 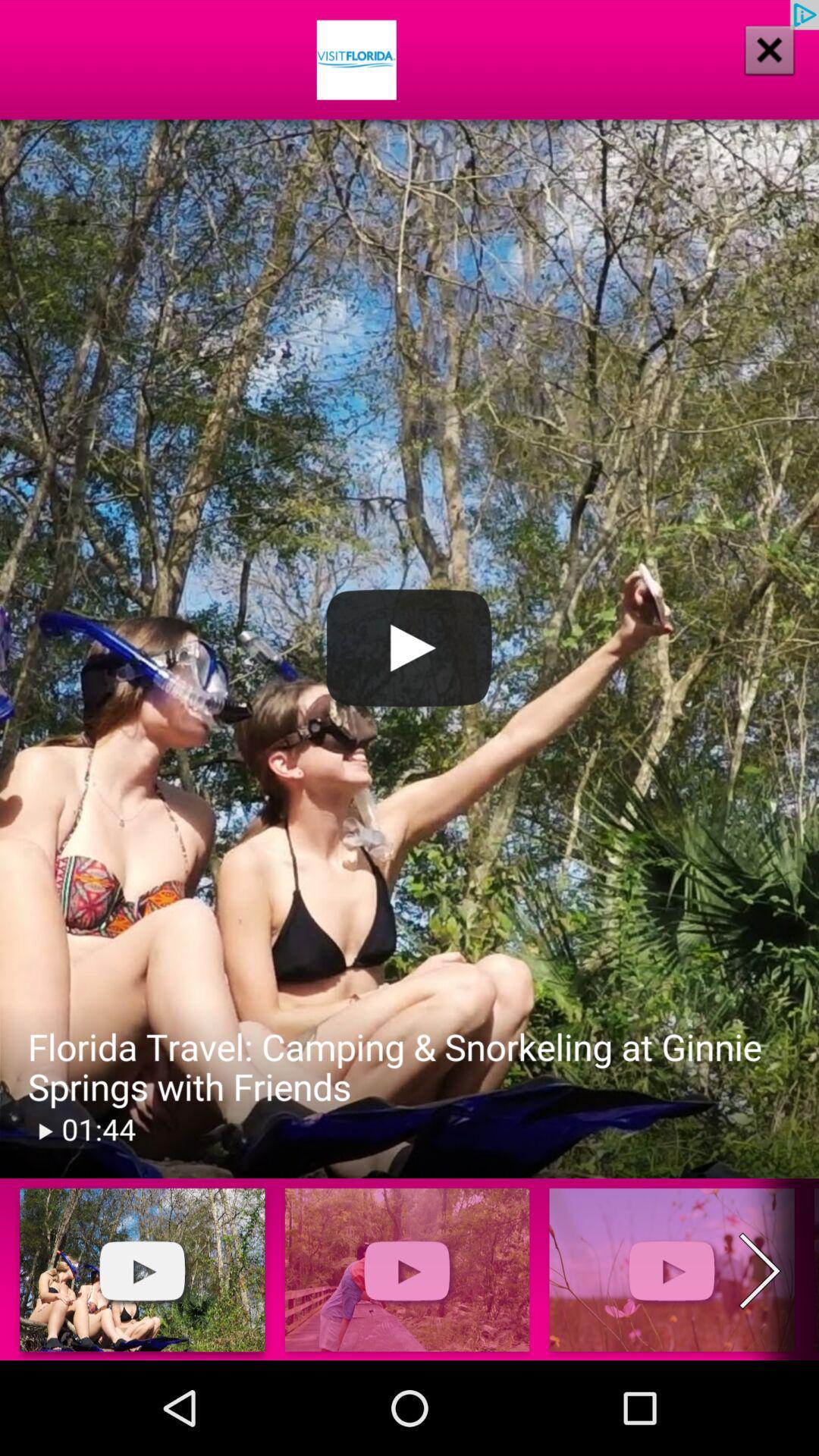 What do you see at coordinates (769, 53) in the screenshot?
I see `the close icon` at bounding box center [769, 53].